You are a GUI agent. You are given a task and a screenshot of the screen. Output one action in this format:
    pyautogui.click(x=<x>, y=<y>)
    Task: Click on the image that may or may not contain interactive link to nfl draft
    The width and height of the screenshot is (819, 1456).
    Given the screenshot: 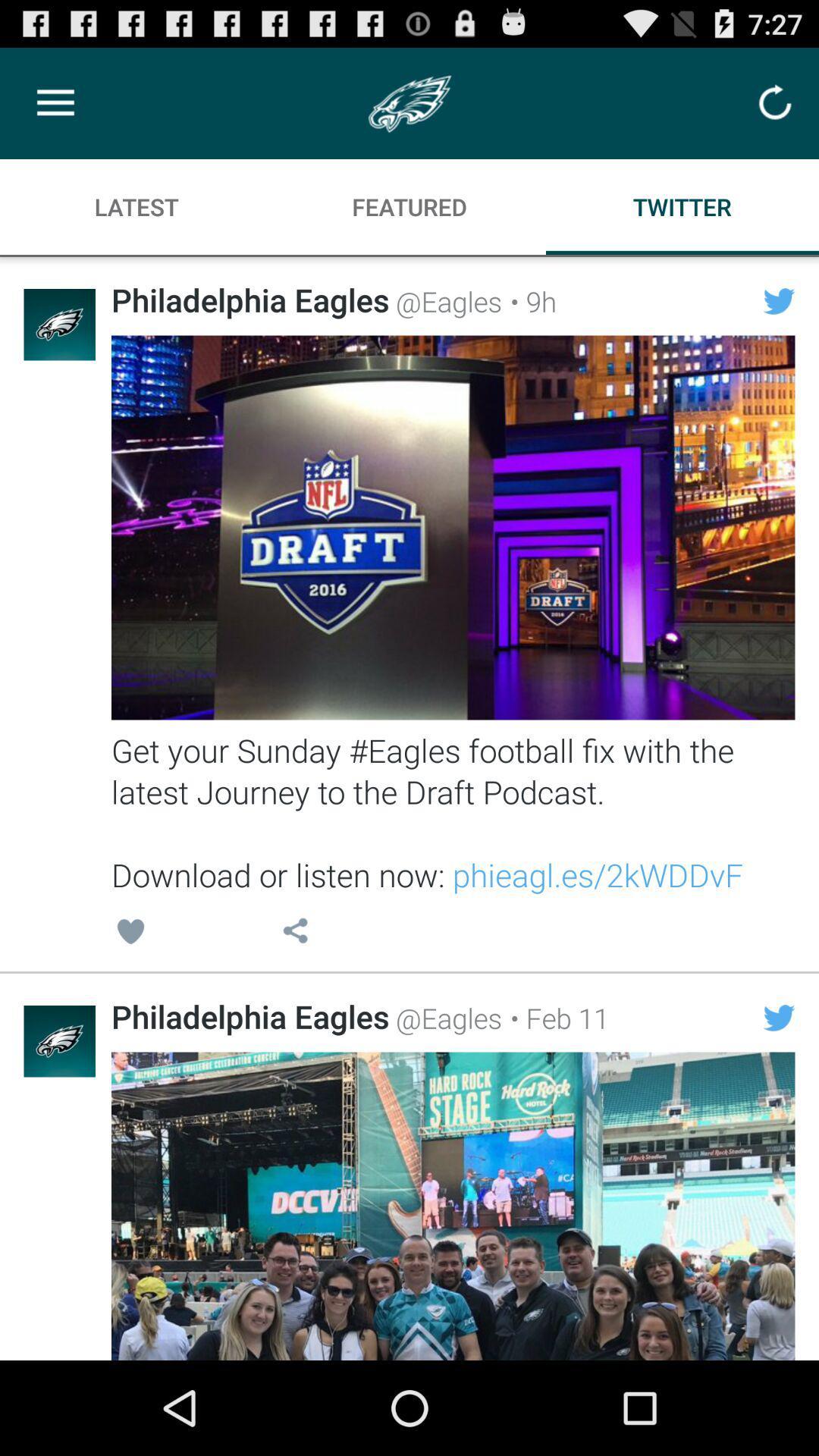 What is the action you would take?
    pyautogui.click(x=452, y=528)
    